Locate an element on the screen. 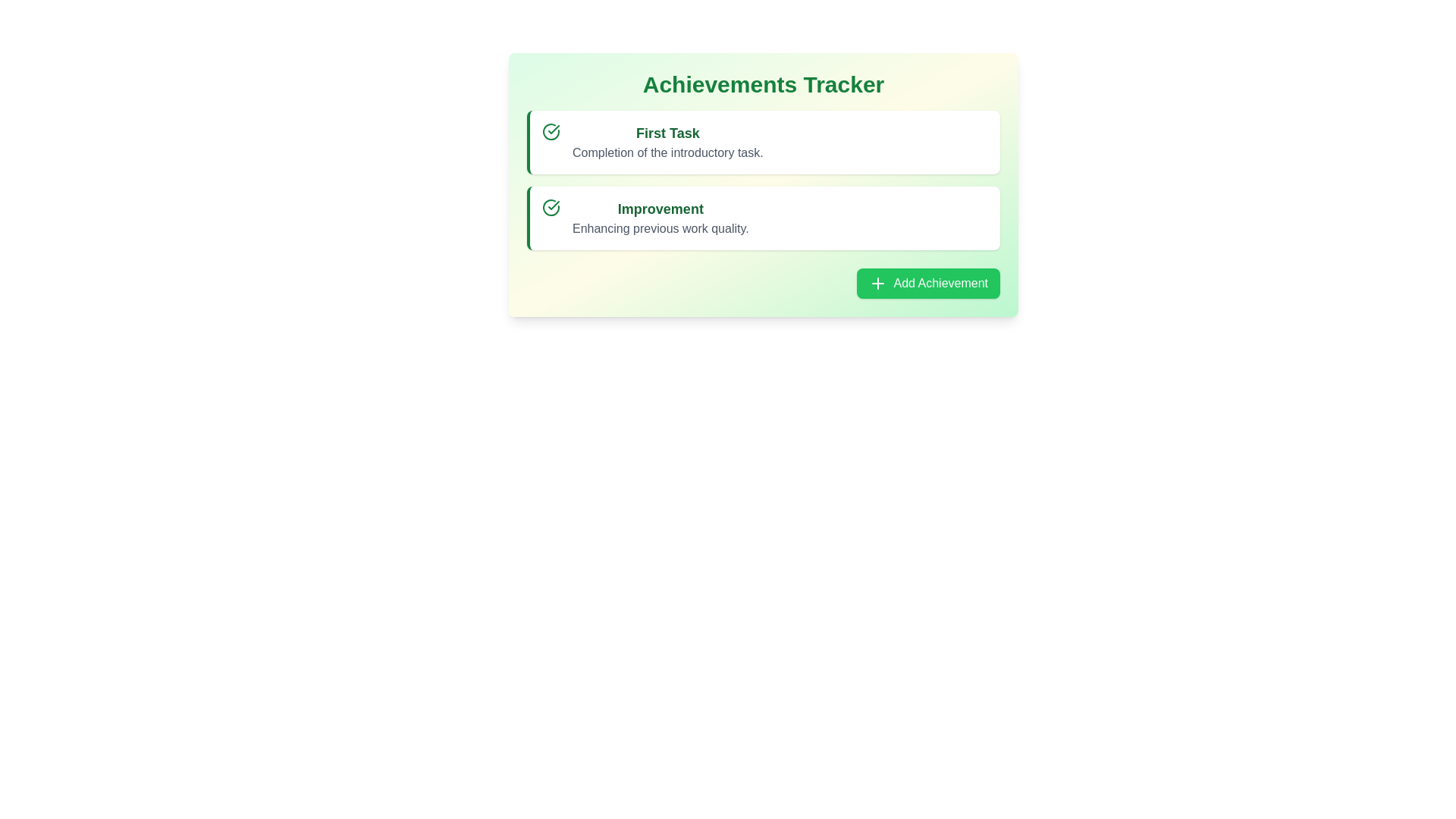 The image size is (1456, 819). the static text displaying the title of a task or achievement in the achievements tracker, which is positioned above the description text 'Completion of the introductory task.' is located at coordinates (667, 133).